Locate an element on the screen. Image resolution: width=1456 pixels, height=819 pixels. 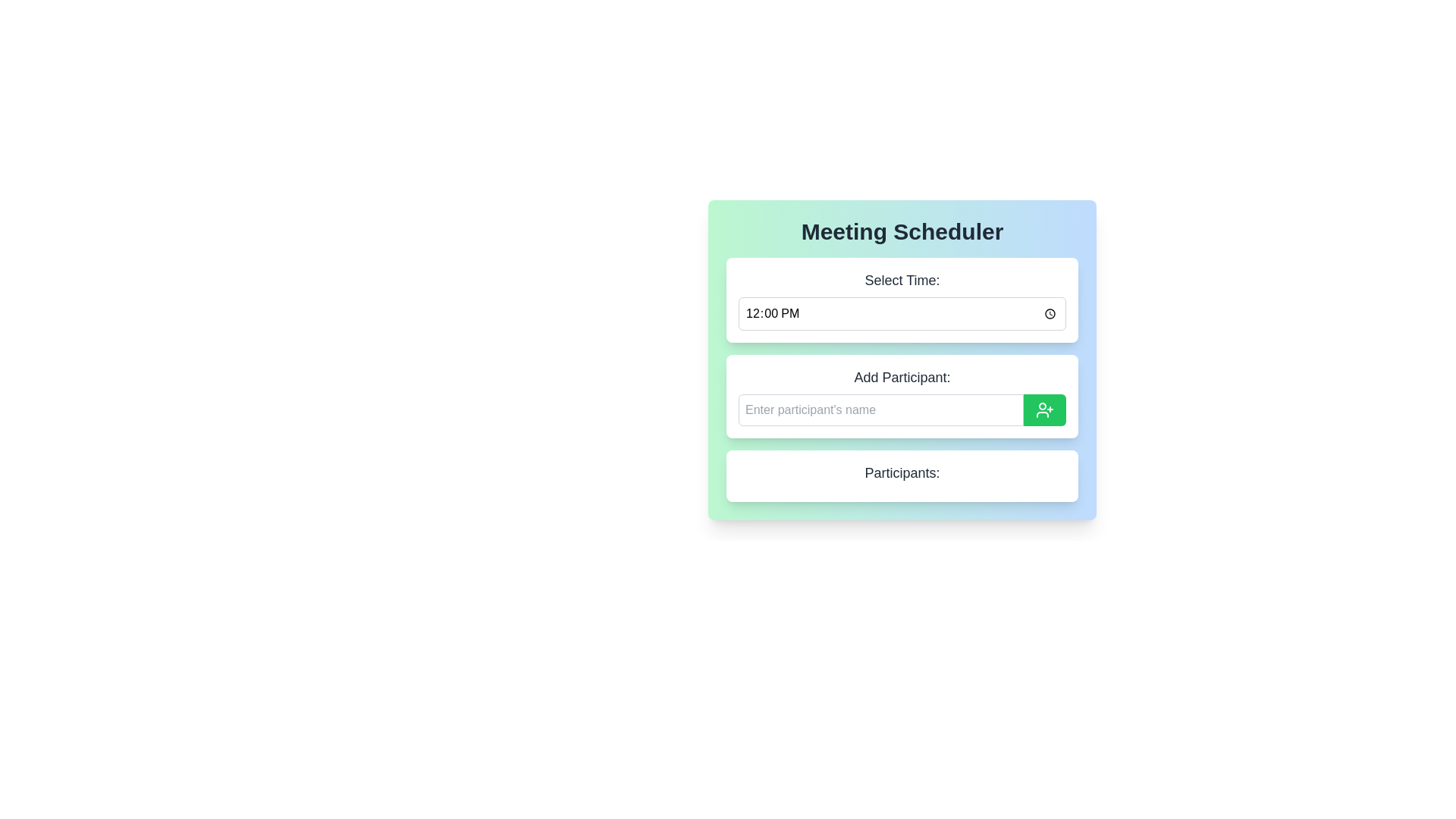
the input field of the composite element for adding a participant, located within the 'Add Participant:' section is located at coordinates (902, 409).